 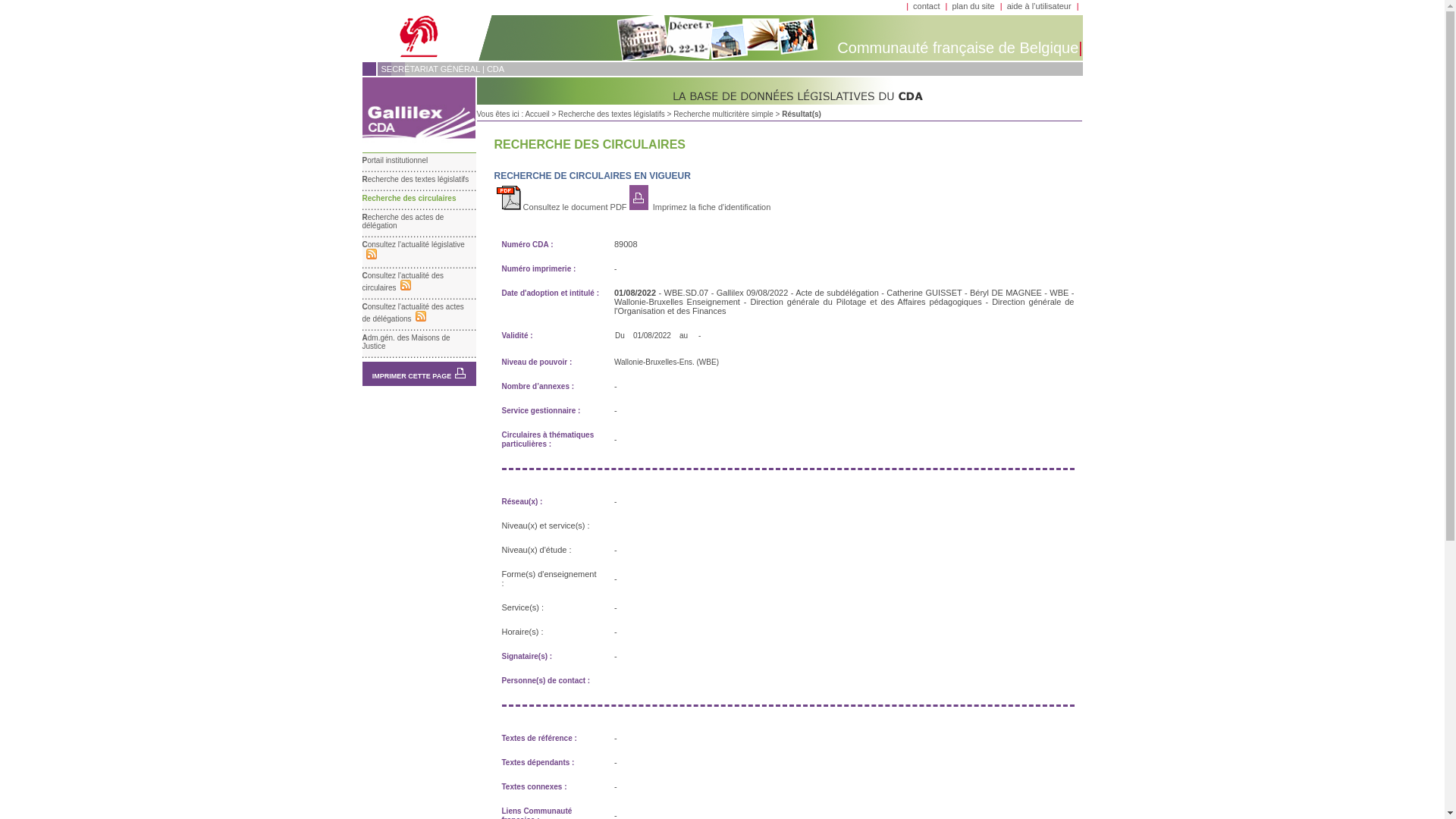 I want to click on 'plan du site', so click(x=950, y=5).